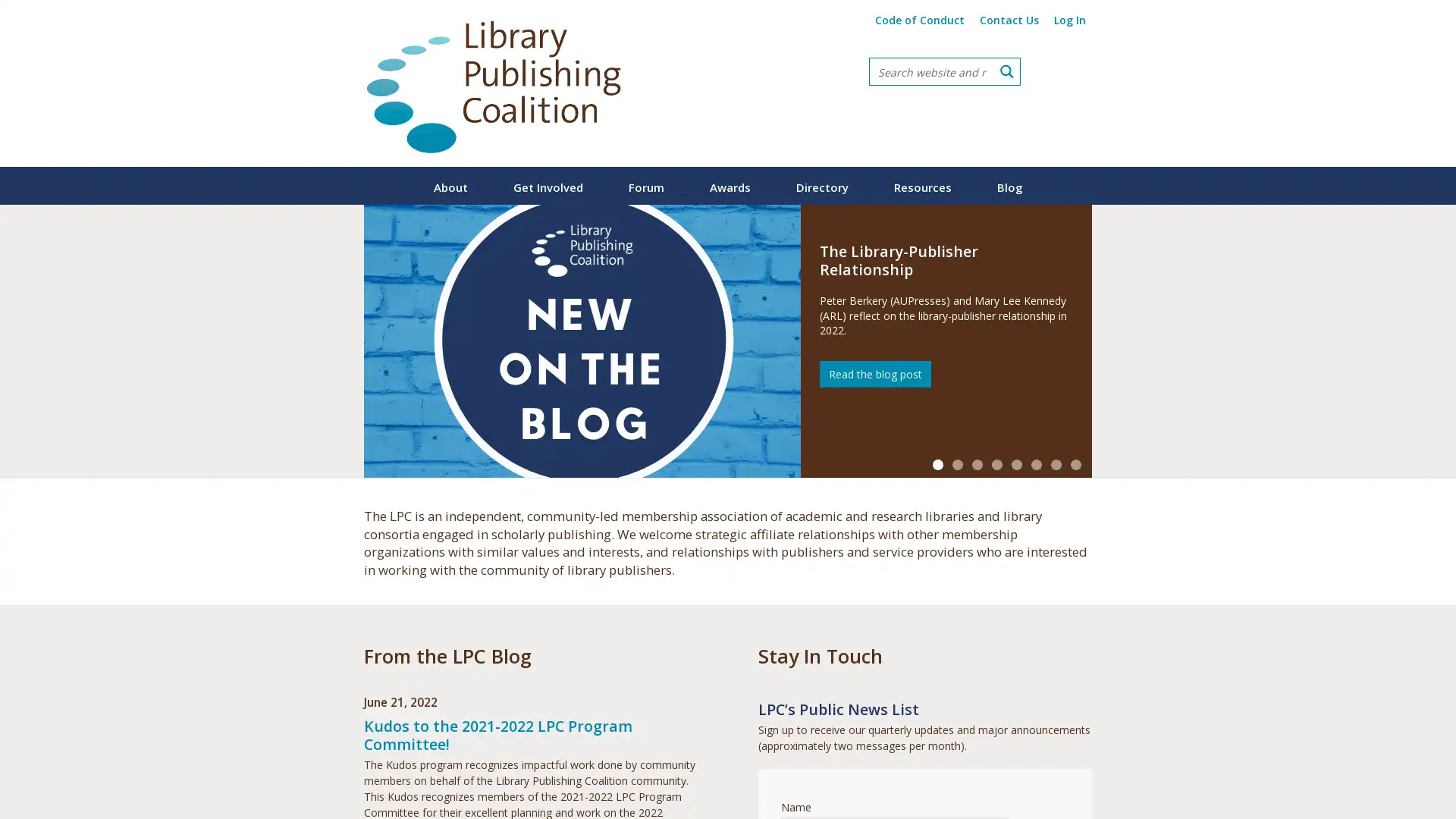 The image size is (1456, 819). What do you see at coordinates (1016, 464) in the screenshot?
I see `Go to slide 5` at bounding box center [1016, 464].